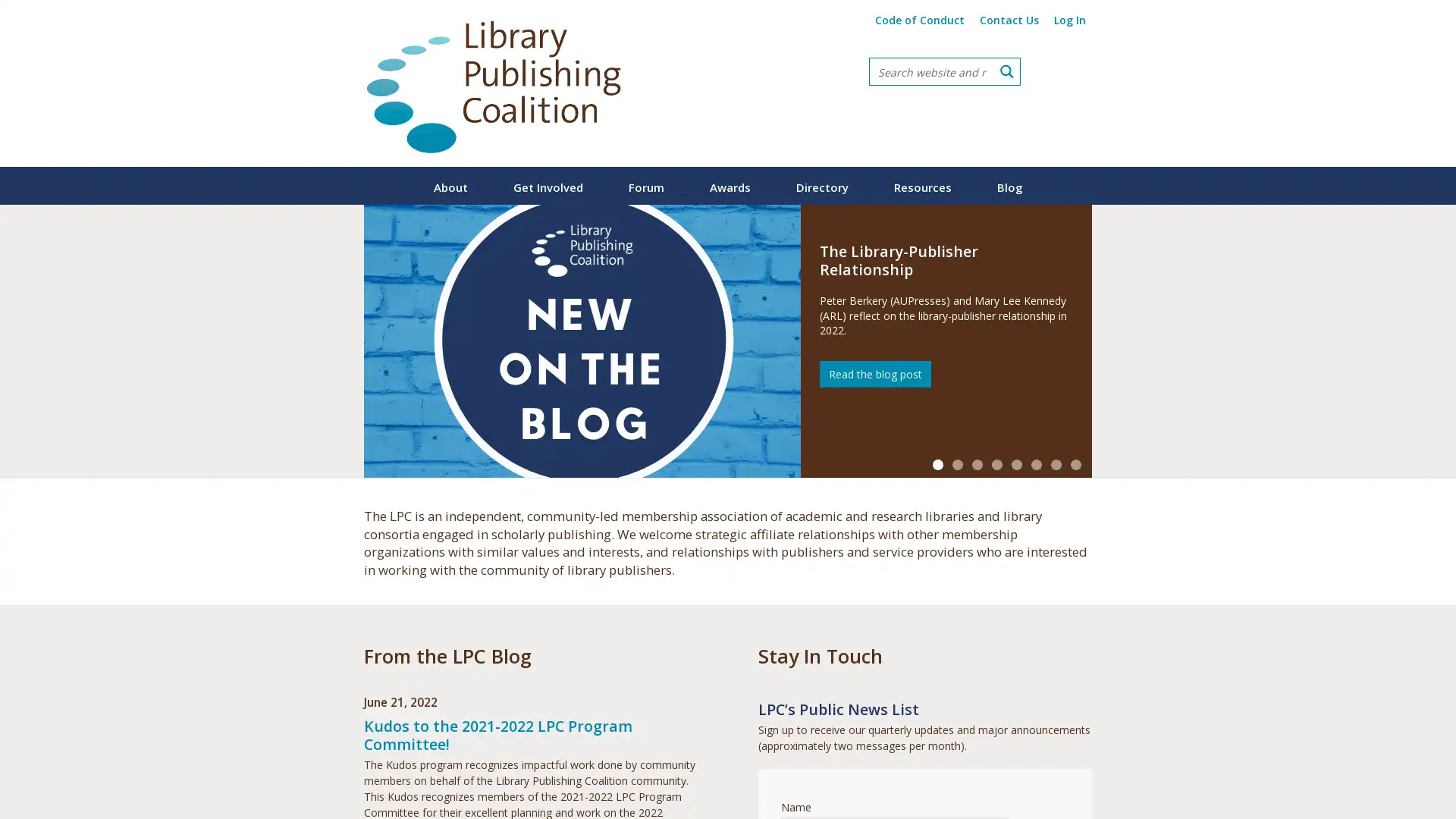 The image size is (1456, 819). What do you see at coordinates (1016, 464) in the screenshot?
I see `Go to slide 5` at bounding box center [1016, 464].